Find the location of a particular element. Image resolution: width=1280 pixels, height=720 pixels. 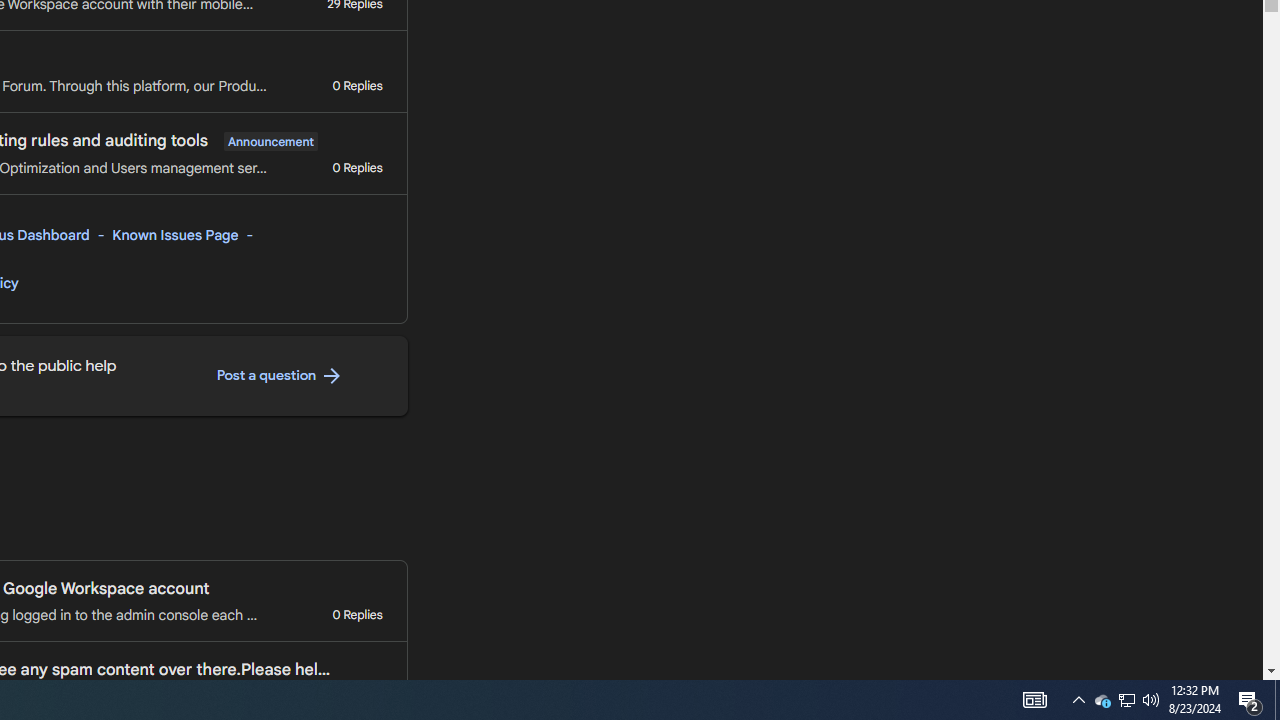

'Known Issues Page' is located at coordinates (176, 234).